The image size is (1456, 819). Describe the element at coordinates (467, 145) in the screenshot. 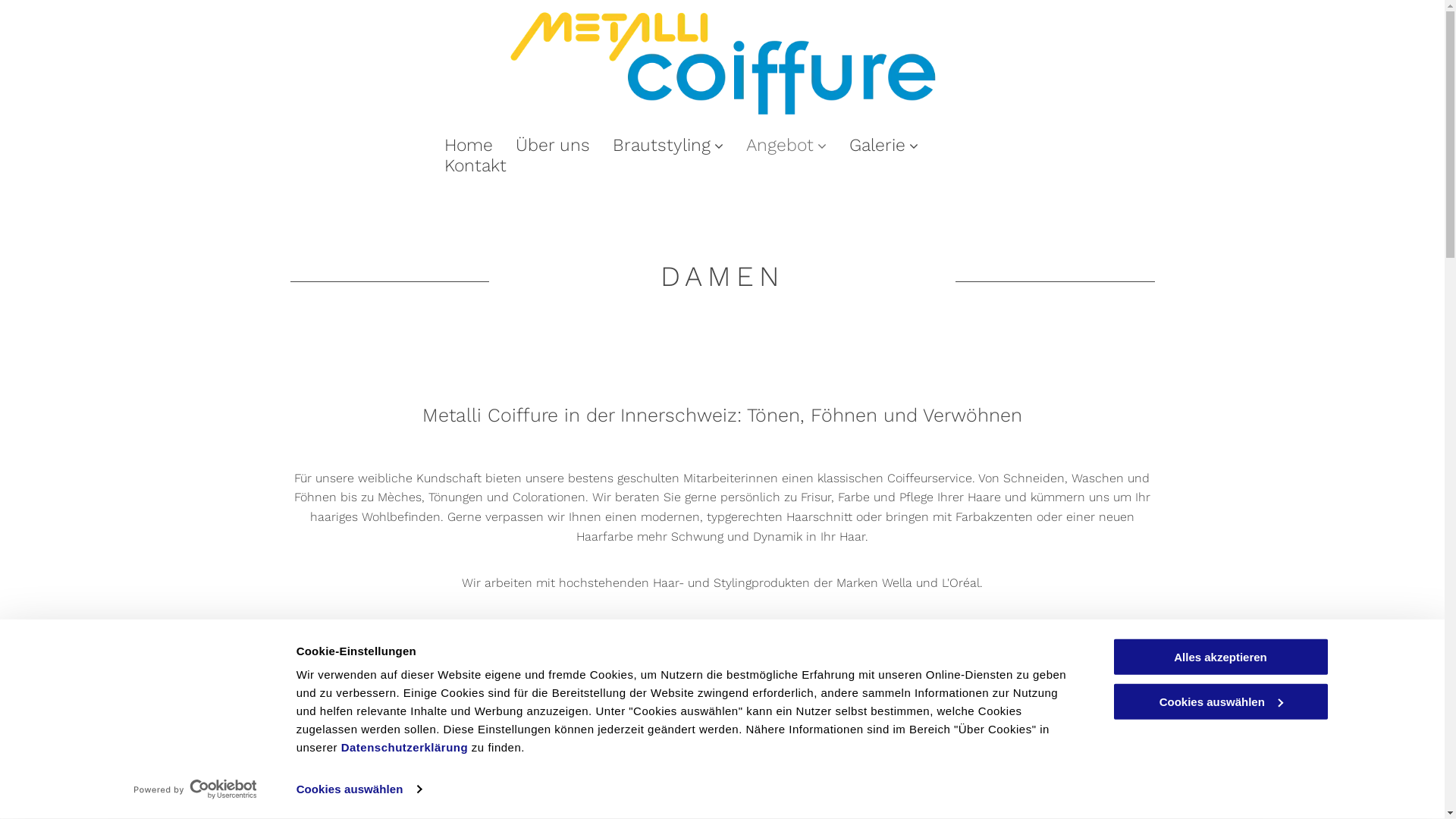

I see `'Home'` at that location.